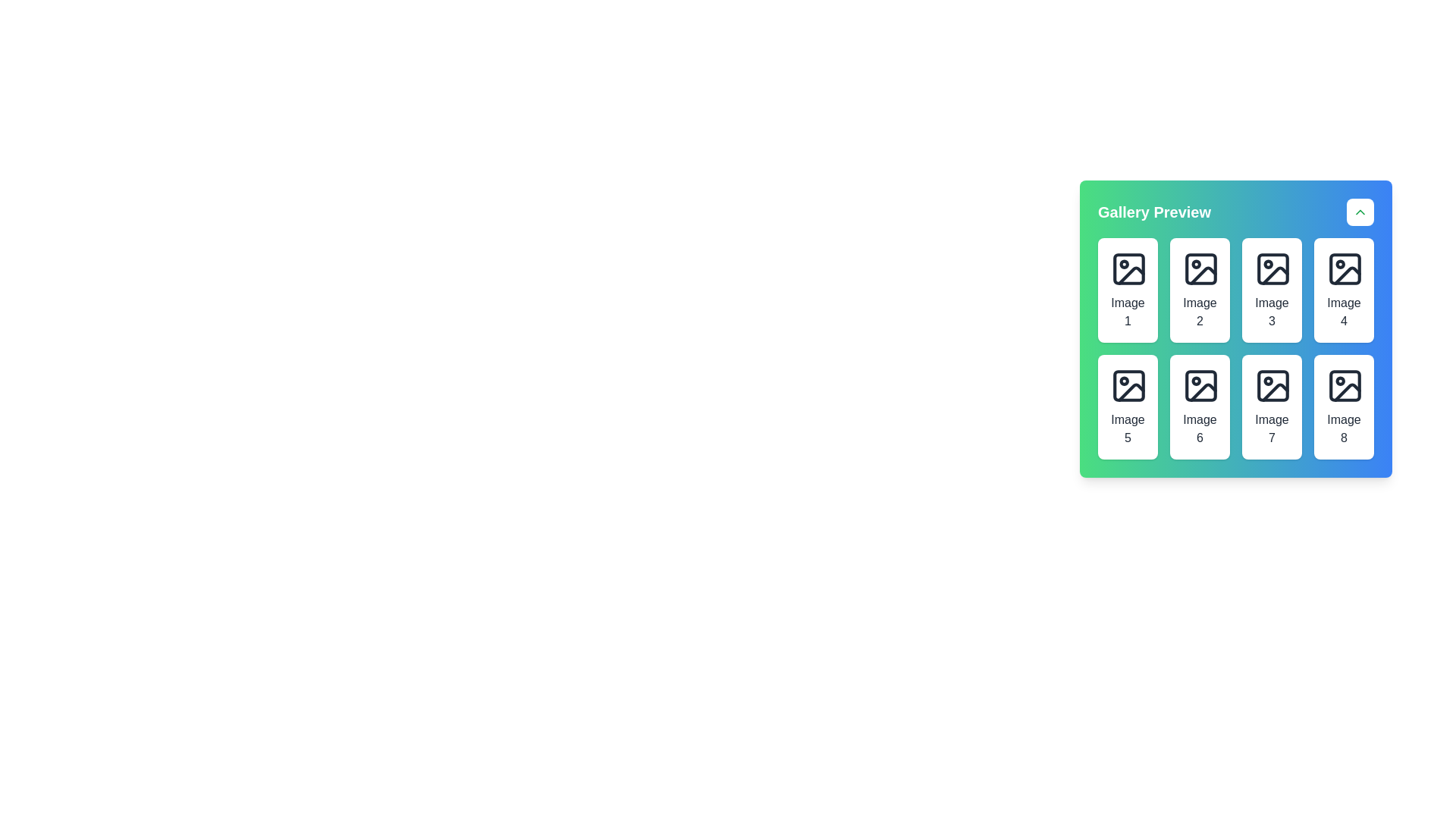 The width and height of the screenshot is (1456, 819). Describe the element at coordinates (1360, 212) in the screenshot. I see `the chevron-up icon located in the upper-right corner of the 'Gallery Preview' panel, which is in a white circular button with a green outline` at that location.